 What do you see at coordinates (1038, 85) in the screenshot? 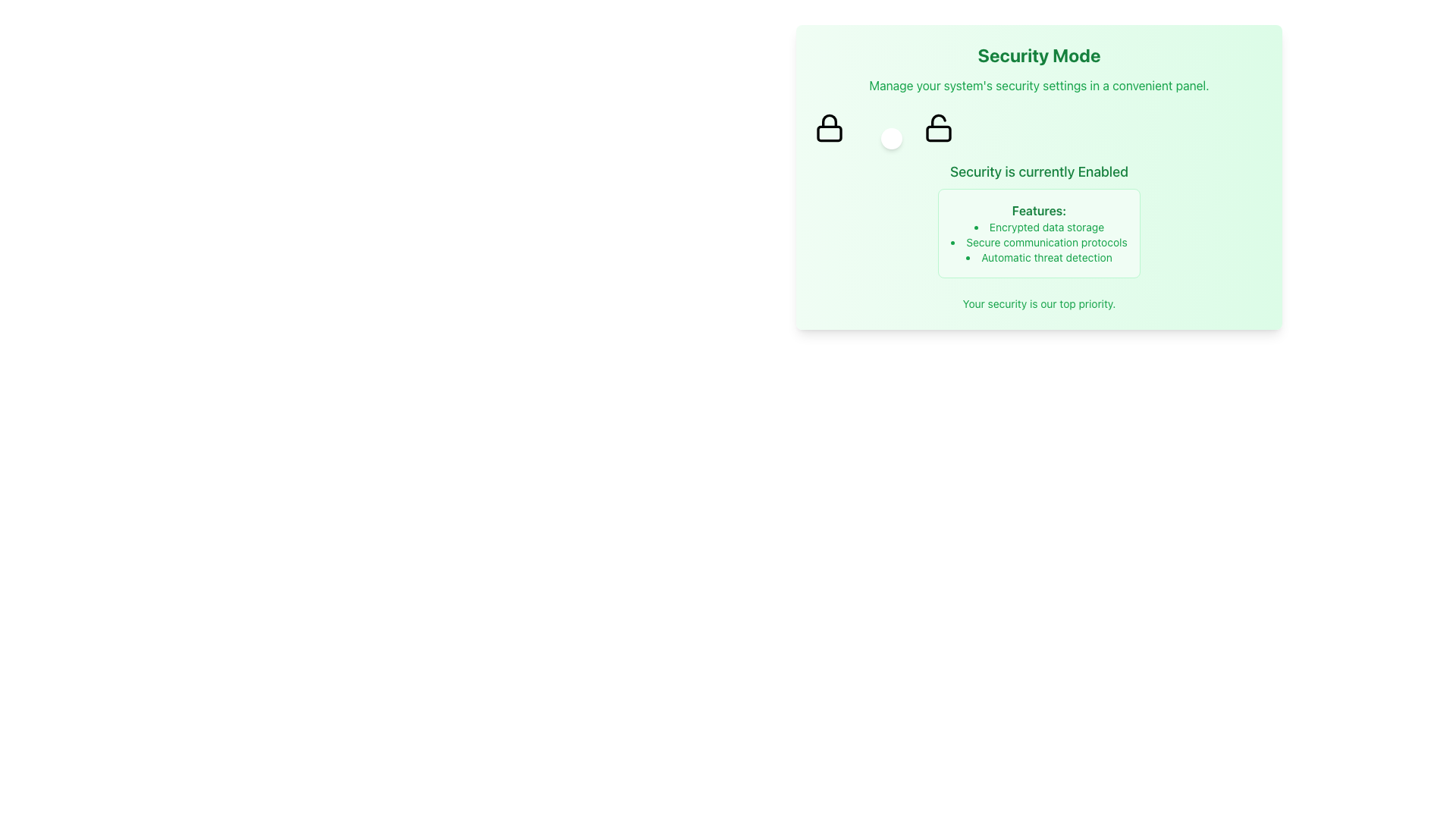
I see `the green-colored text displaying 'Manage your system's security settings in a convenient panel.' which is located below the header 'Security Mode'` at bounding box center [1038, 85].